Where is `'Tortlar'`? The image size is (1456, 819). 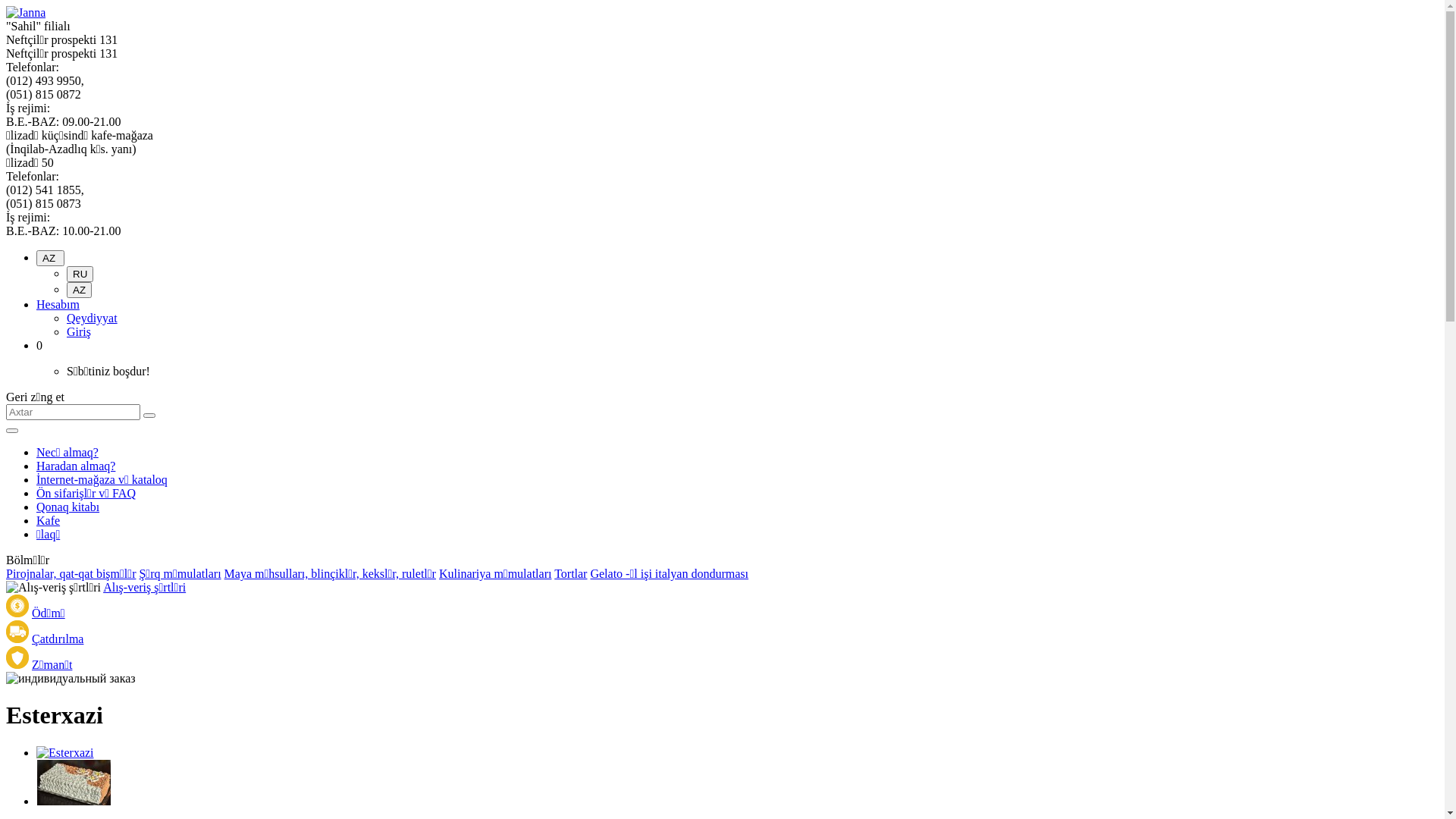
'Tortlar' is located at coordinates (553, 573).